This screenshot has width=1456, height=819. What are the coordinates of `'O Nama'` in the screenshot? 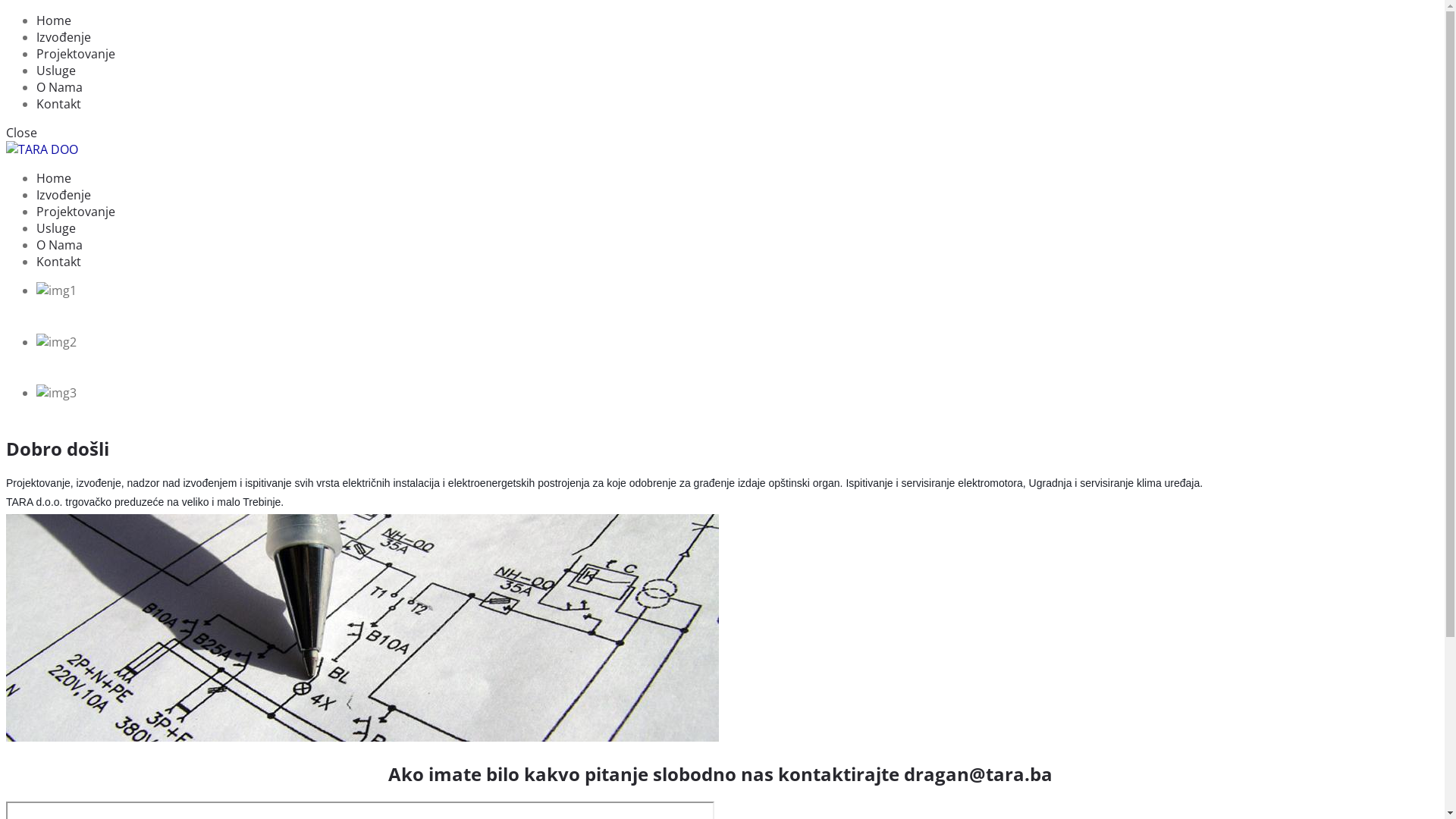 It's located at (59, 87).